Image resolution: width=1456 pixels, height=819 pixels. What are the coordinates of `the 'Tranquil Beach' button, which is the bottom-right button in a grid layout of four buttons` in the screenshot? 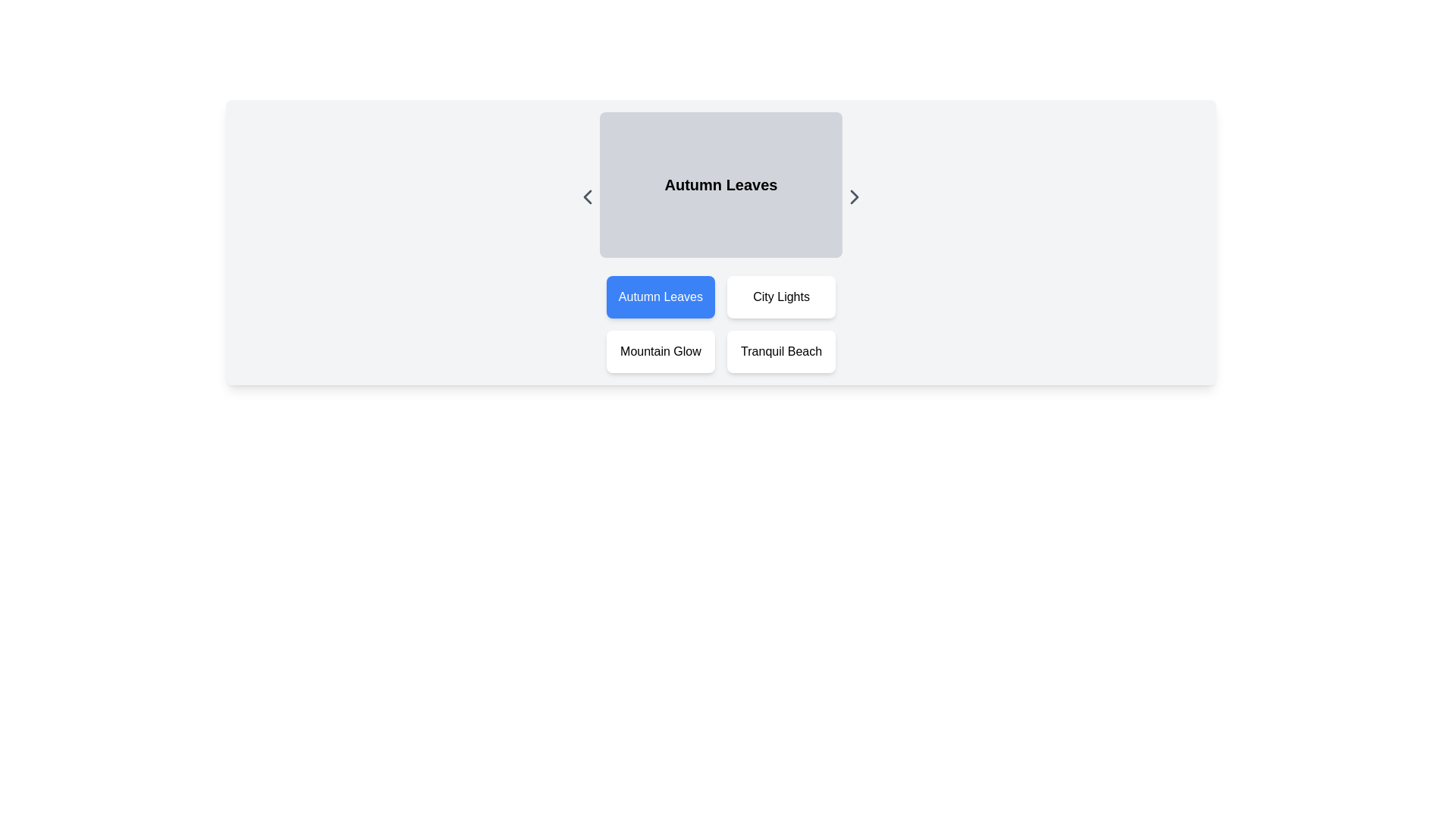 It's located at (781, 351).